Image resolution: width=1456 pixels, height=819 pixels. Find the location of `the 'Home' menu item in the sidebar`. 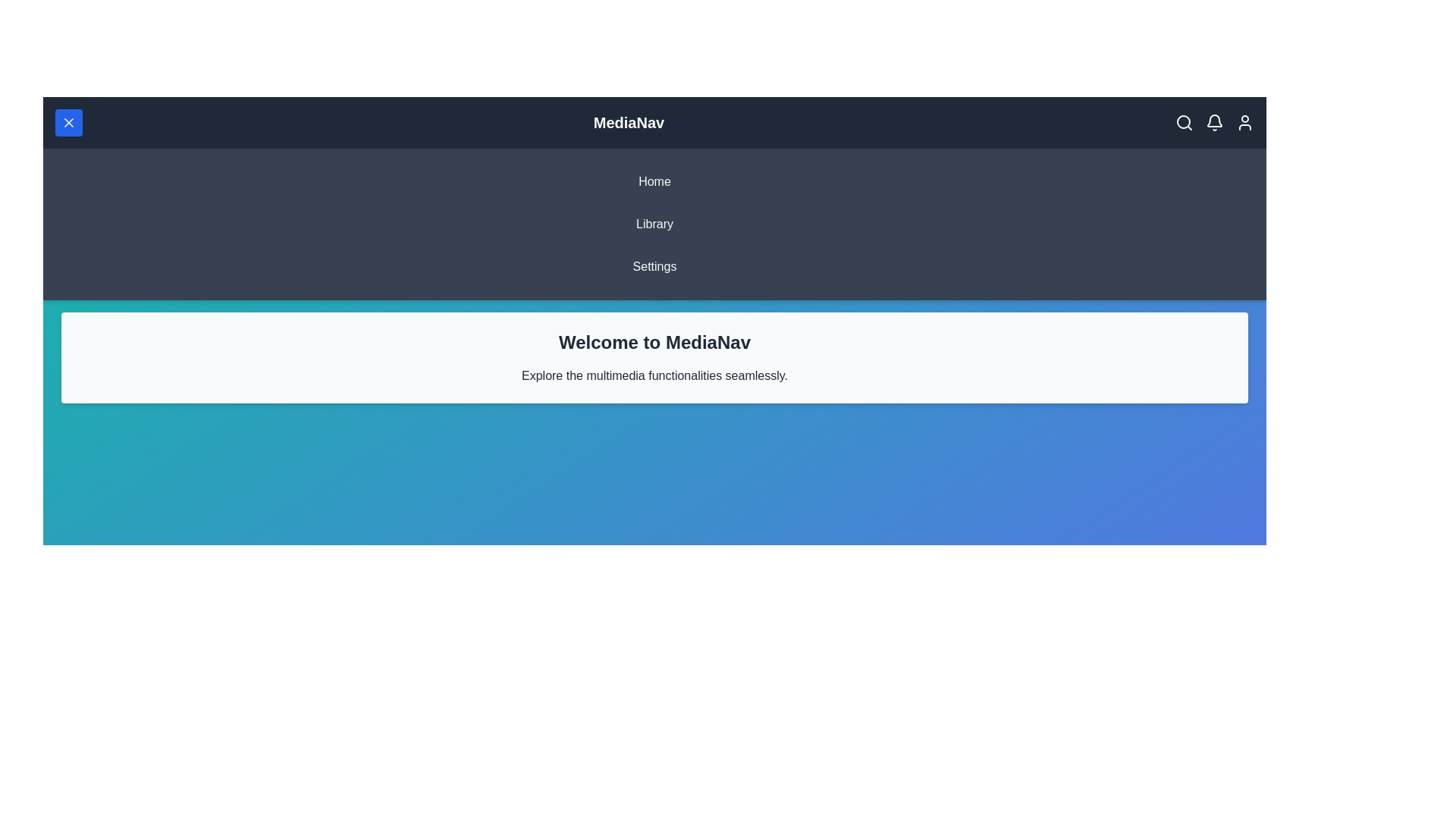

the 'Home' menu item in the sidebar is located at coordinates (654, 180).